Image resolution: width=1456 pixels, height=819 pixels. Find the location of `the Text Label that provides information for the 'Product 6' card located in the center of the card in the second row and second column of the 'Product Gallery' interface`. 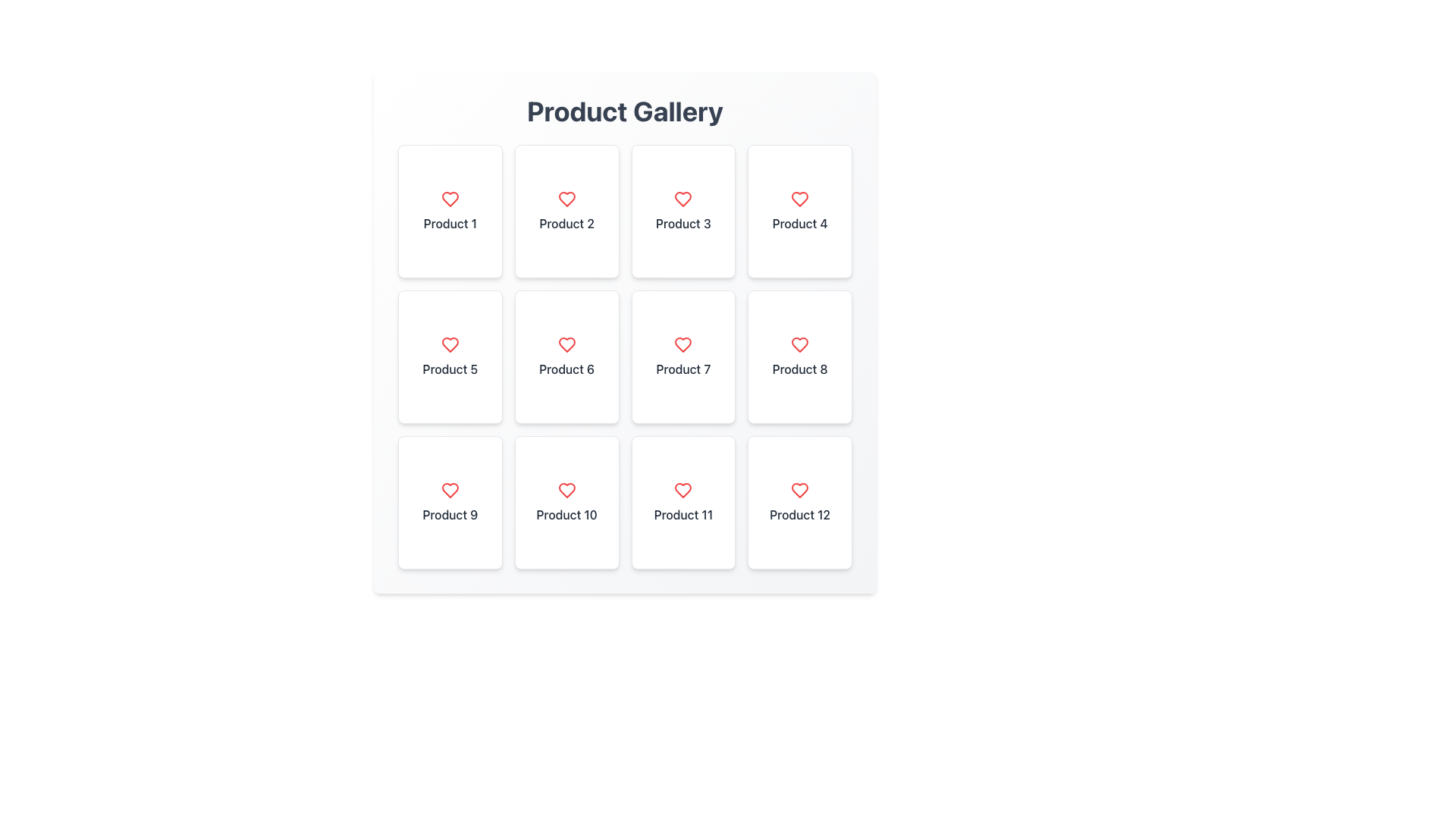

the Text Label that provides information for the 'Product 6' card located in the center of the card in the second row and second column of the 'Product Gallery' interface is located at coordinates (566, 369).